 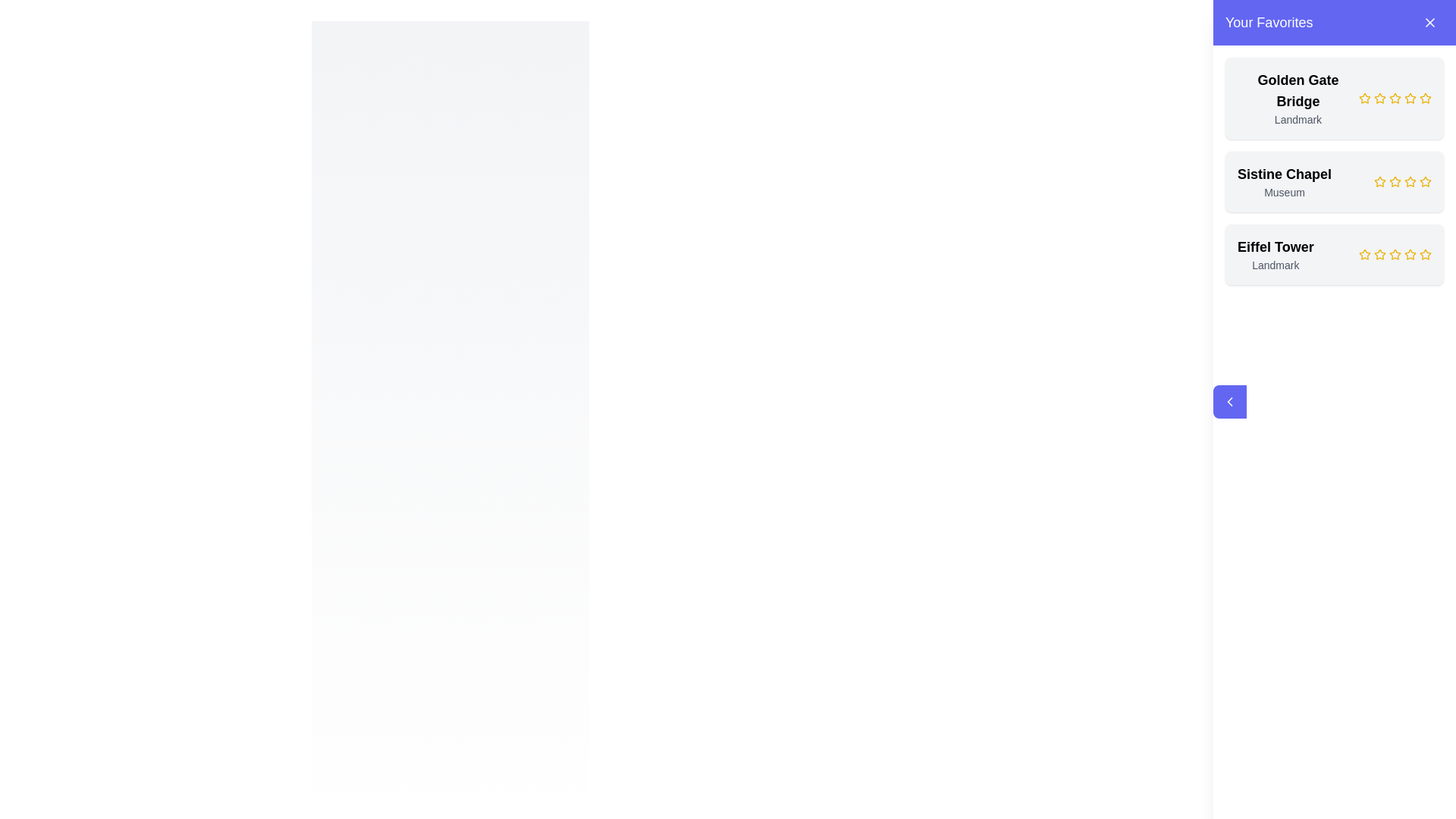 What do you see at coordinates (1365, 253) in the screenshot?
I see `the first star icon next to the 'Eiffel Tower' entry in the 'Your Favorites' panel to rate it` at bounding box center [1365, 253].